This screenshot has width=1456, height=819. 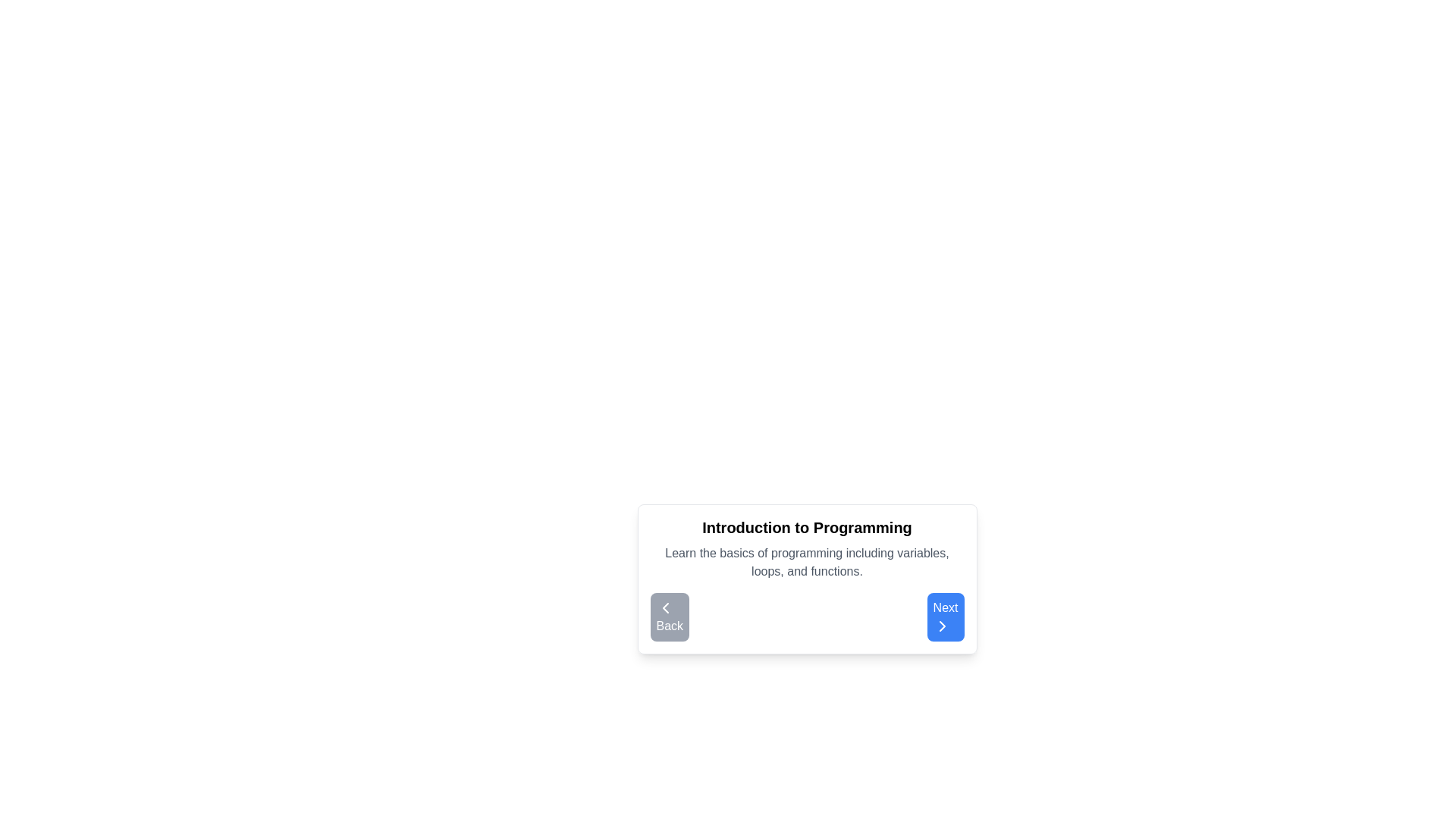 What do you see at coordinates (669, 617) in the screenshot?
I see `the navigational button located on the left side of the panel` at bounding box center [669, 617].